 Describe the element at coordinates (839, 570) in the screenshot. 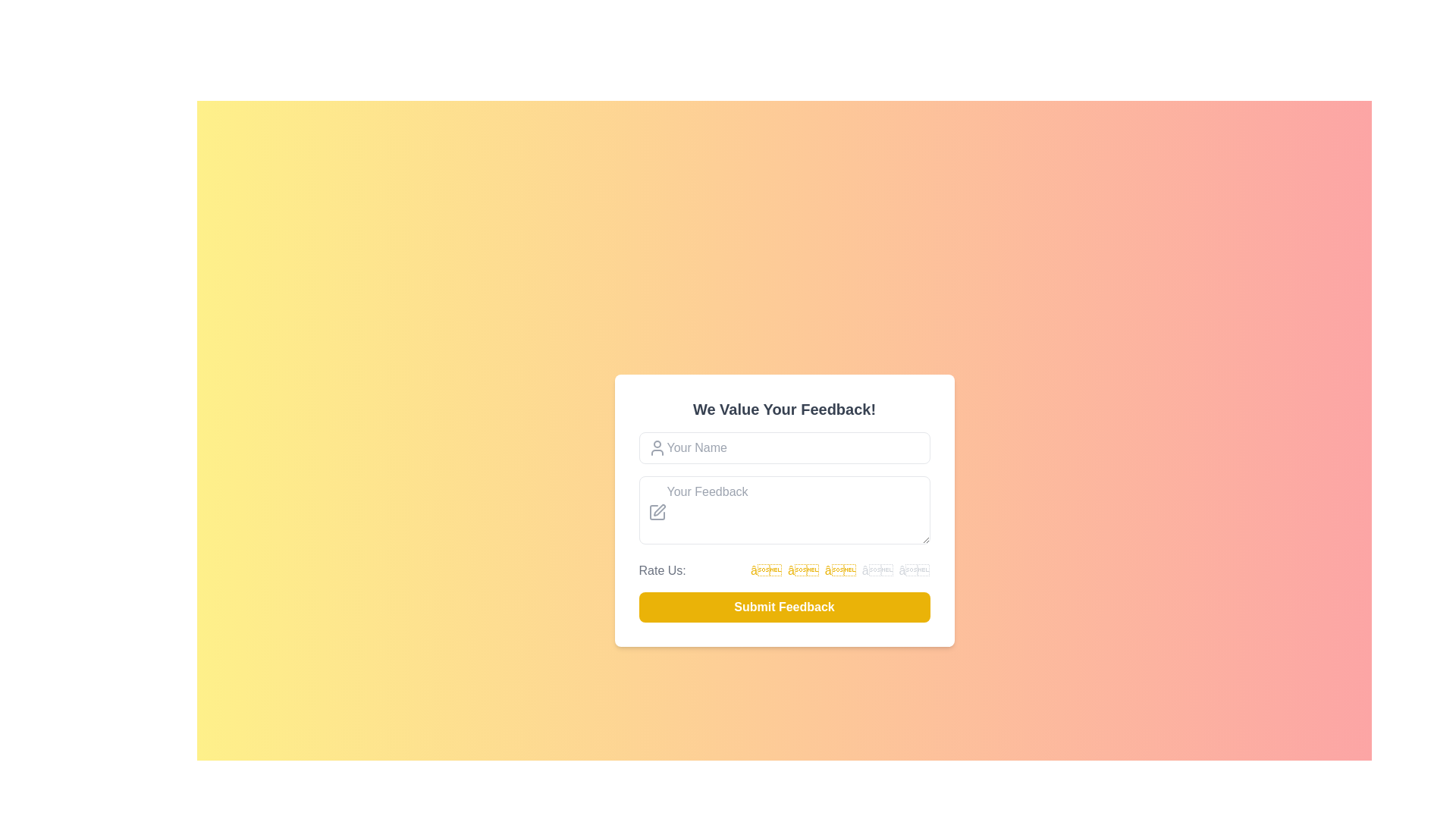

I see `the third star button in the rating system` at that location.